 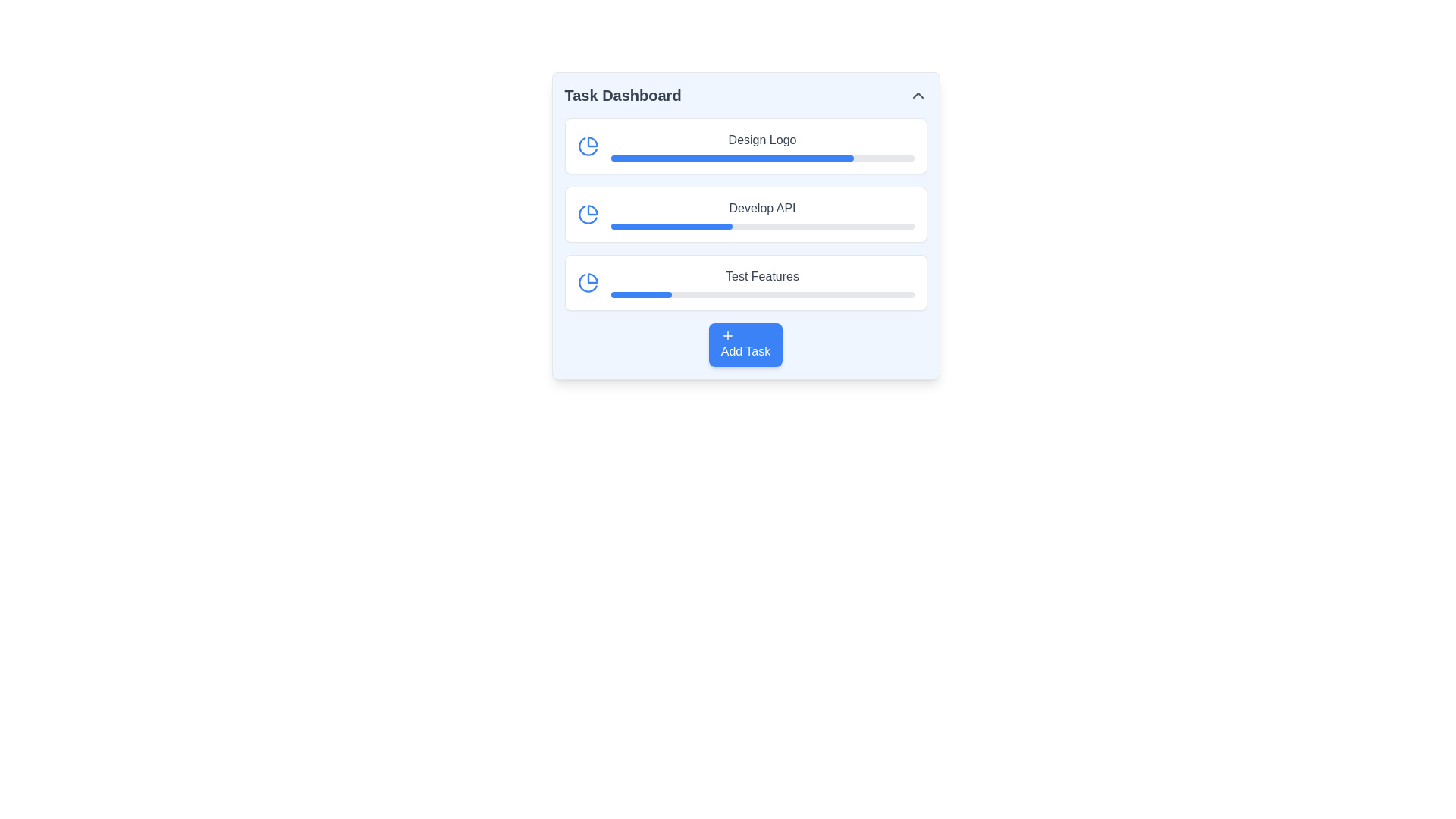 What do you see at coordinates (762, 140) in the screenshot?
I see `the 'Design Logo' text label, which is a medium-sized, dark gray font located at the top of a task card within the task dashboard` at bounding box center [762, 140].